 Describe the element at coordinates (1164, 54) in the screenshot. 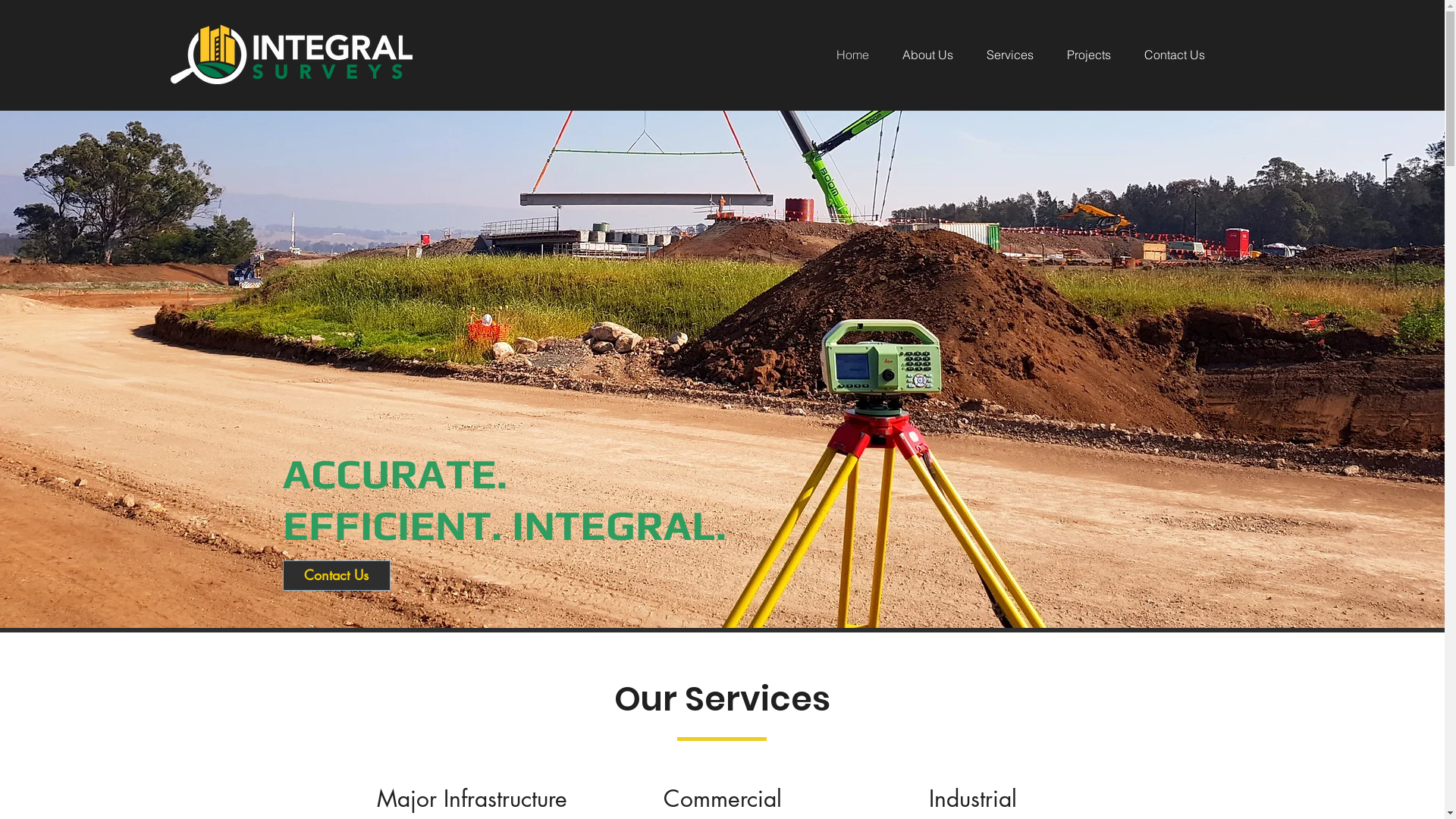

I see `'Contact Us'` at that location.